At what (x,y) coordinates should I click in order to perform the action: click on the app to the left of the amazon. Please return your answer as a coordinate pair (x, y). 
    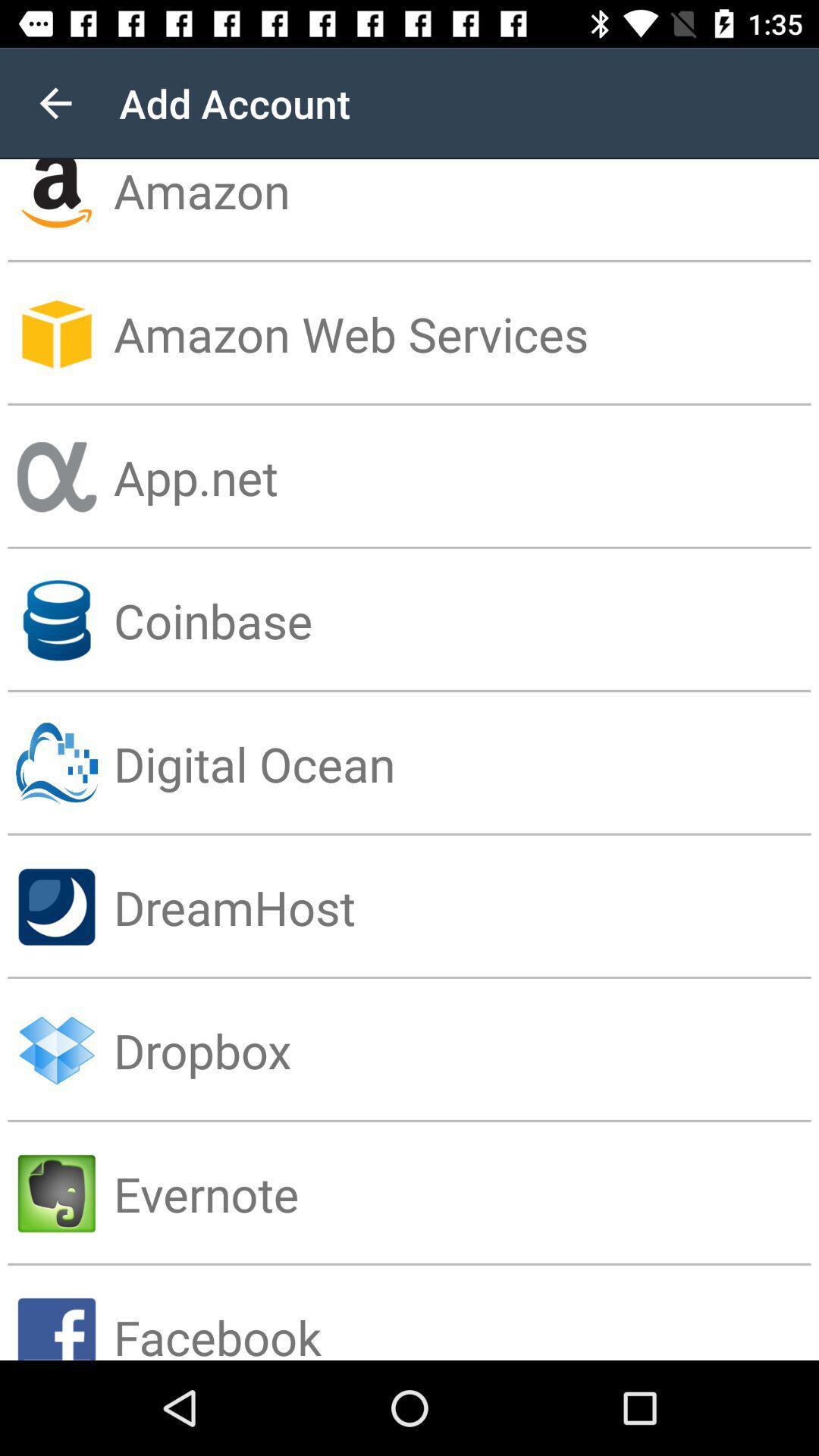
    Looking at the image, I should click on (55, 102).